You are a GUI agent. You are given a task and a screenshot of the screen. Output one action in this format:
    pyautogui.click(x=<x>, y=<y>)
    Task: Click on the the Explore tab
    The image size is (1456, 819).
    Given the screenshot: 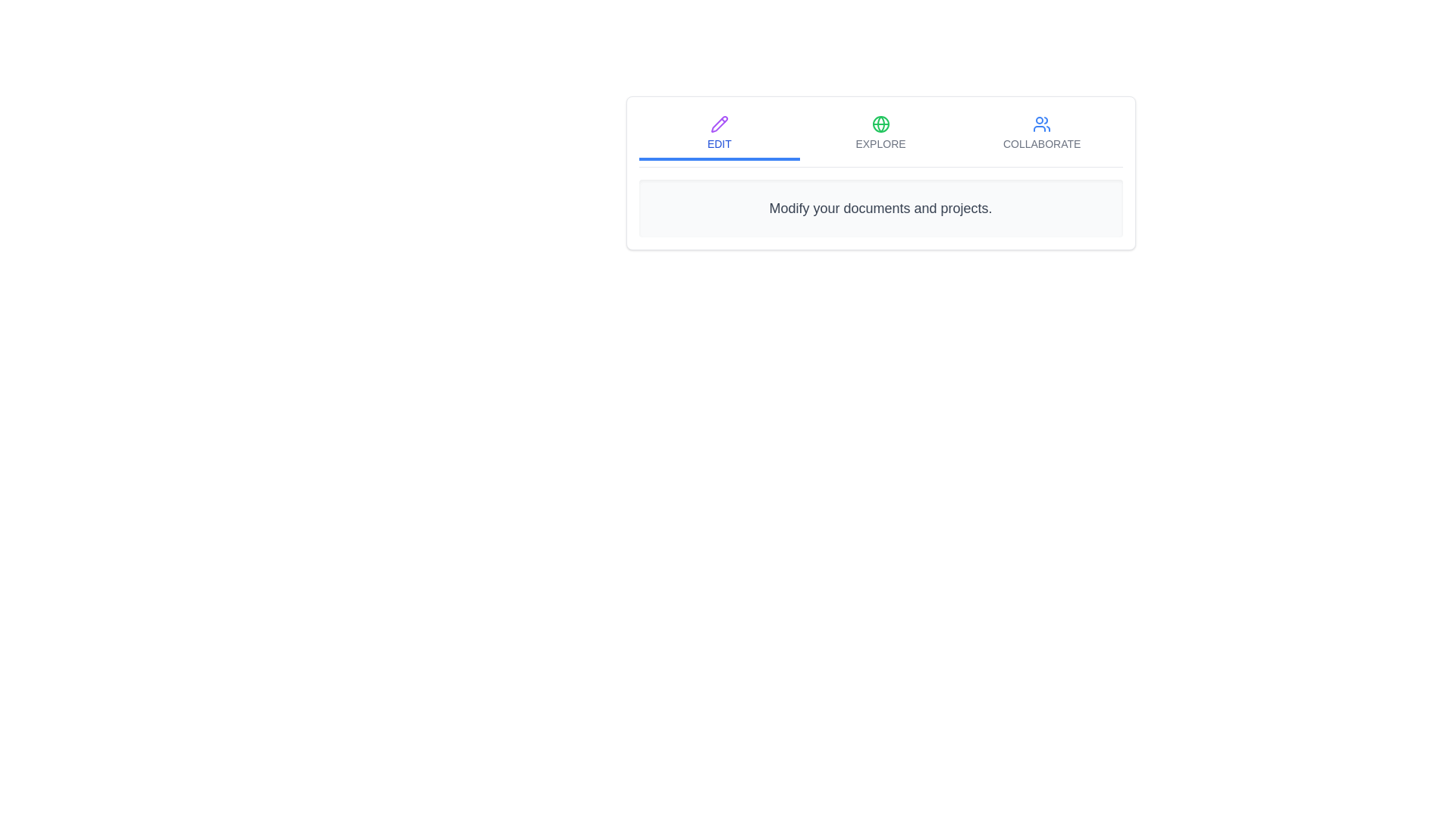 What is the action you would take?
    pyautogui.click(x=880, y=133)
    